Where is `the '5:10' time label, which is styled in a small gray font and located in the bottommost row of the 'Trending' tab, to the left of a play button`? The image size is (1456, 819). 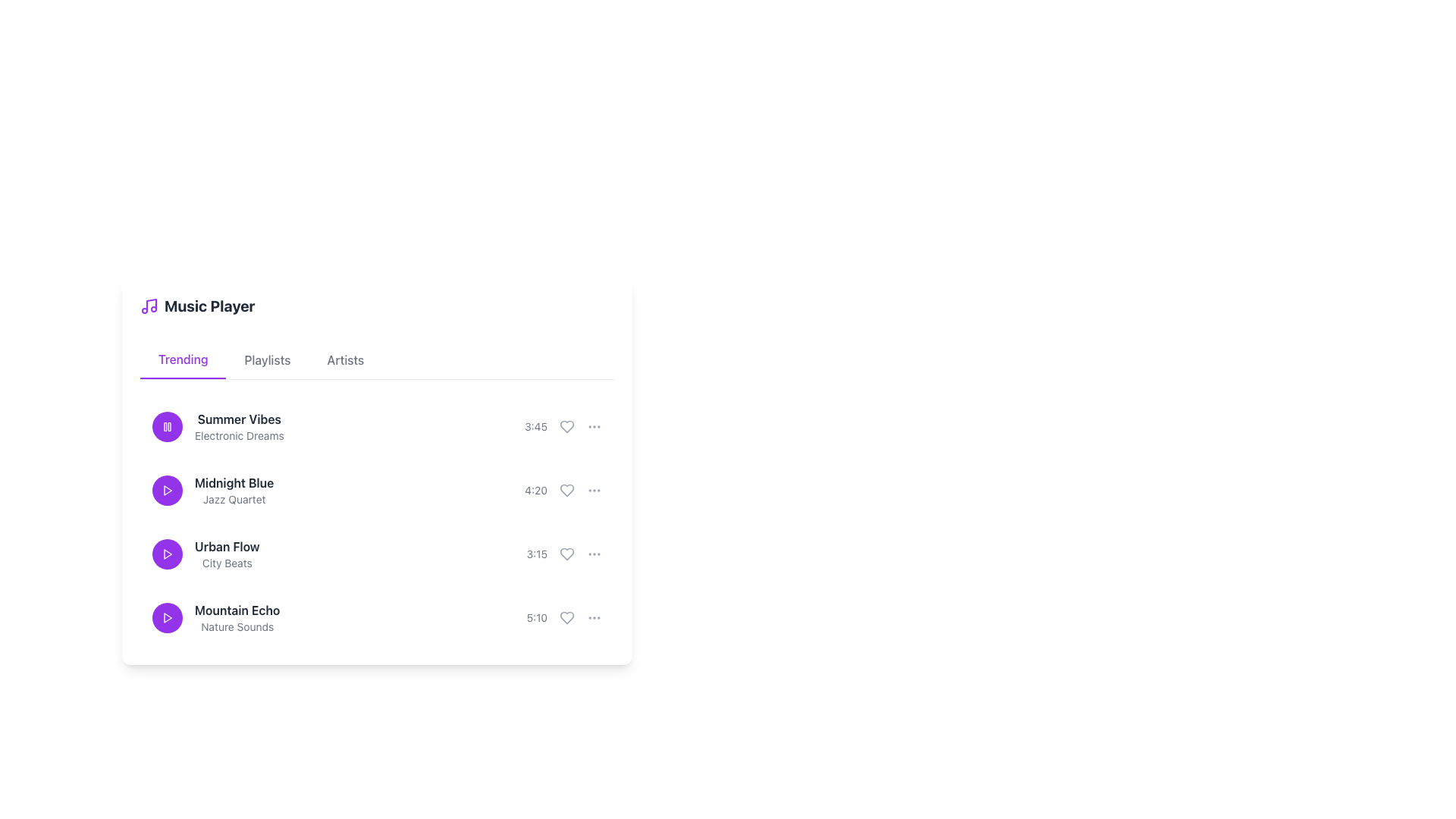 the '5:10' time label, which is styled in a small gray font and located in the bottommost row of the 'Trending' tab, to the left of a play button is located at coordinates (537, 617).